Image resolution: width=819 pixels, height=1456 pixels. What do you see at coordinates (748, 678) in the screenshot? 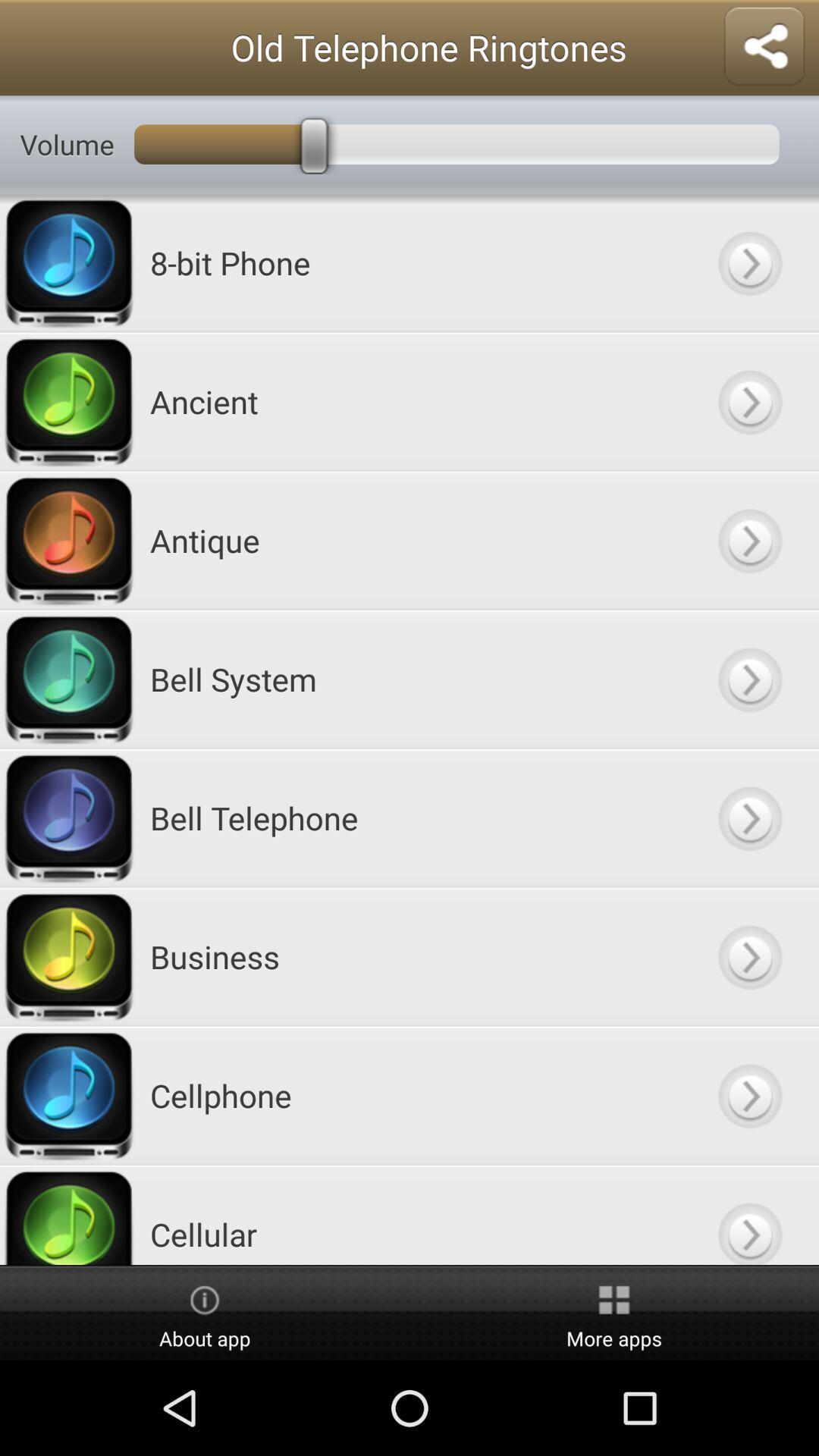
I see `button` at bounding box center [748, 678].